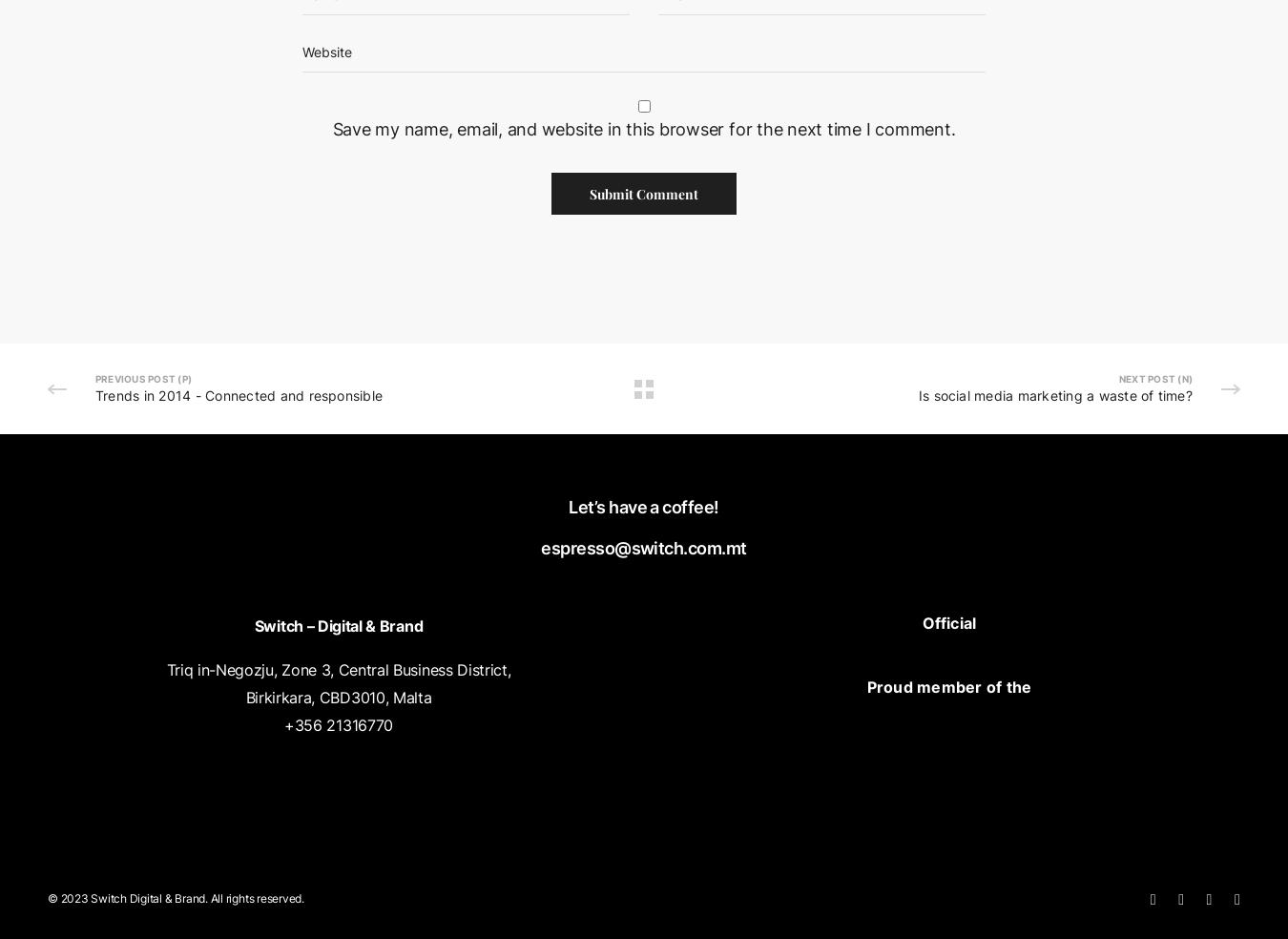  What do you see at coordinates (338, 722) in the screenshot?
I see `'+356 21316770'` at bounding box center [338, 722].